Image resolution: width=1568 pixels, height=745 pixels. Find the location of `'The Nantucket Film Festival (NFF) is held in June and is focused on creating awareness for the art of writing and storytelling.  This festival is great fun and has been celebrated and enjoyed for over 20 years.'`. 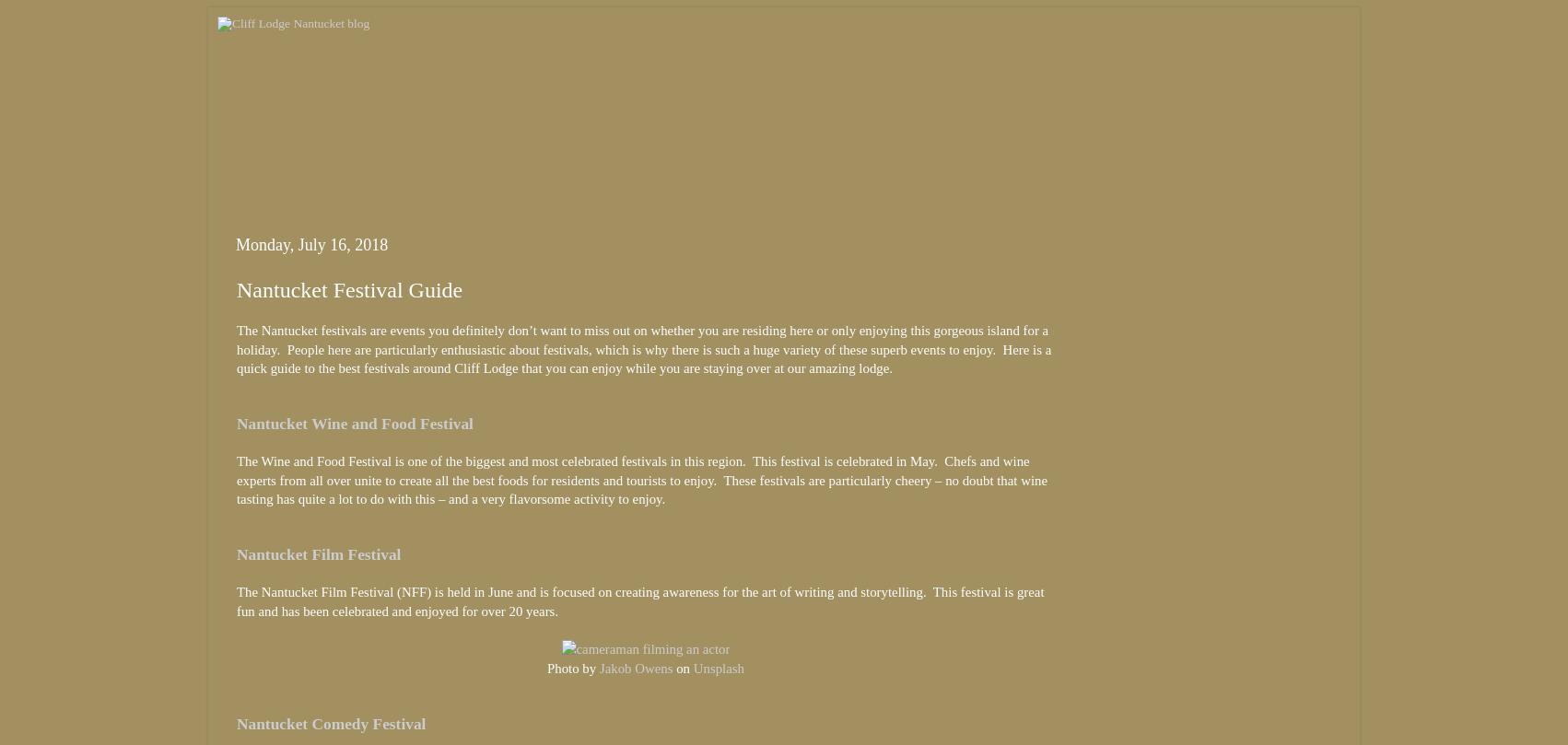

'The Nantucket Film Festival (NFF) is held in June and is focused on creating awareness for the art of writing and storytelling.  This festival is great fun and has been celebrated and enjoyed for over 20 years.' is located at coordinates (639, 601).